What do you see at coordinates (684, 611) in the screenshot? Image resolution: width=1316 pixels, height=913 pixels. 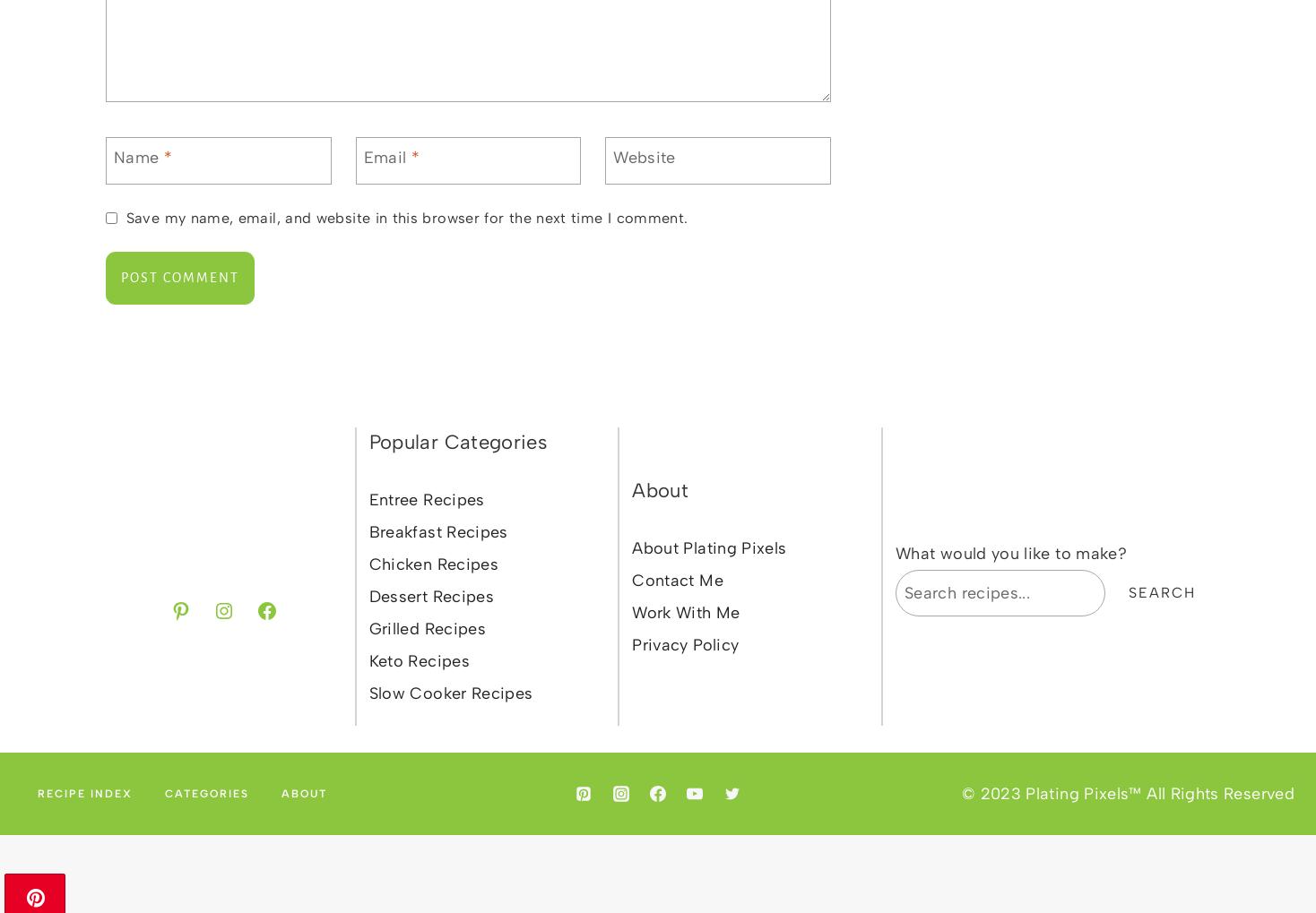 I see `'Work With Me'` at bounding box center [684, 611].